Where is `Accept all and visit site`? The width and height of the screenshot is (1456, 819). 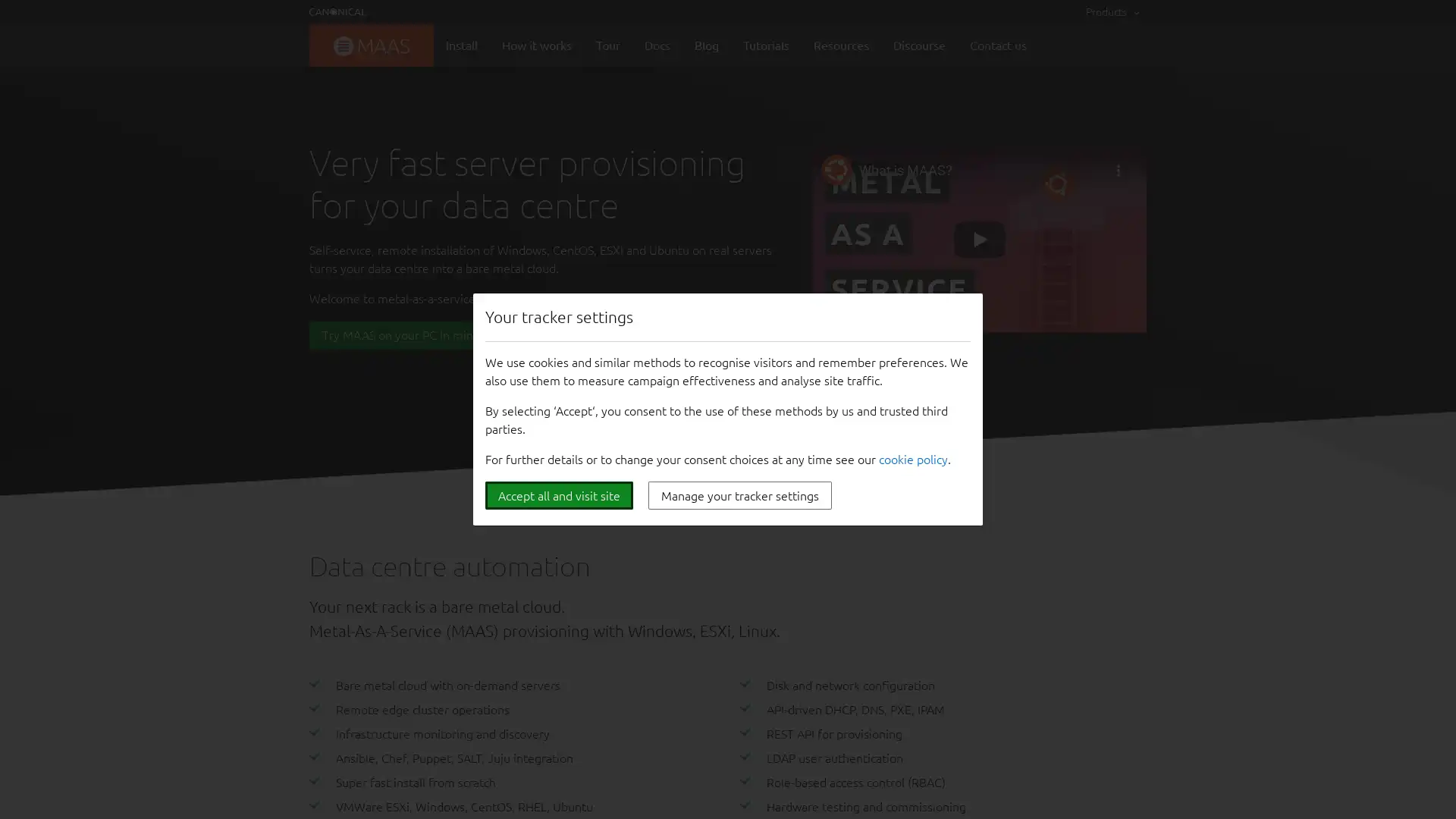
Accept all and visit site is located at coordinates (558, 495).